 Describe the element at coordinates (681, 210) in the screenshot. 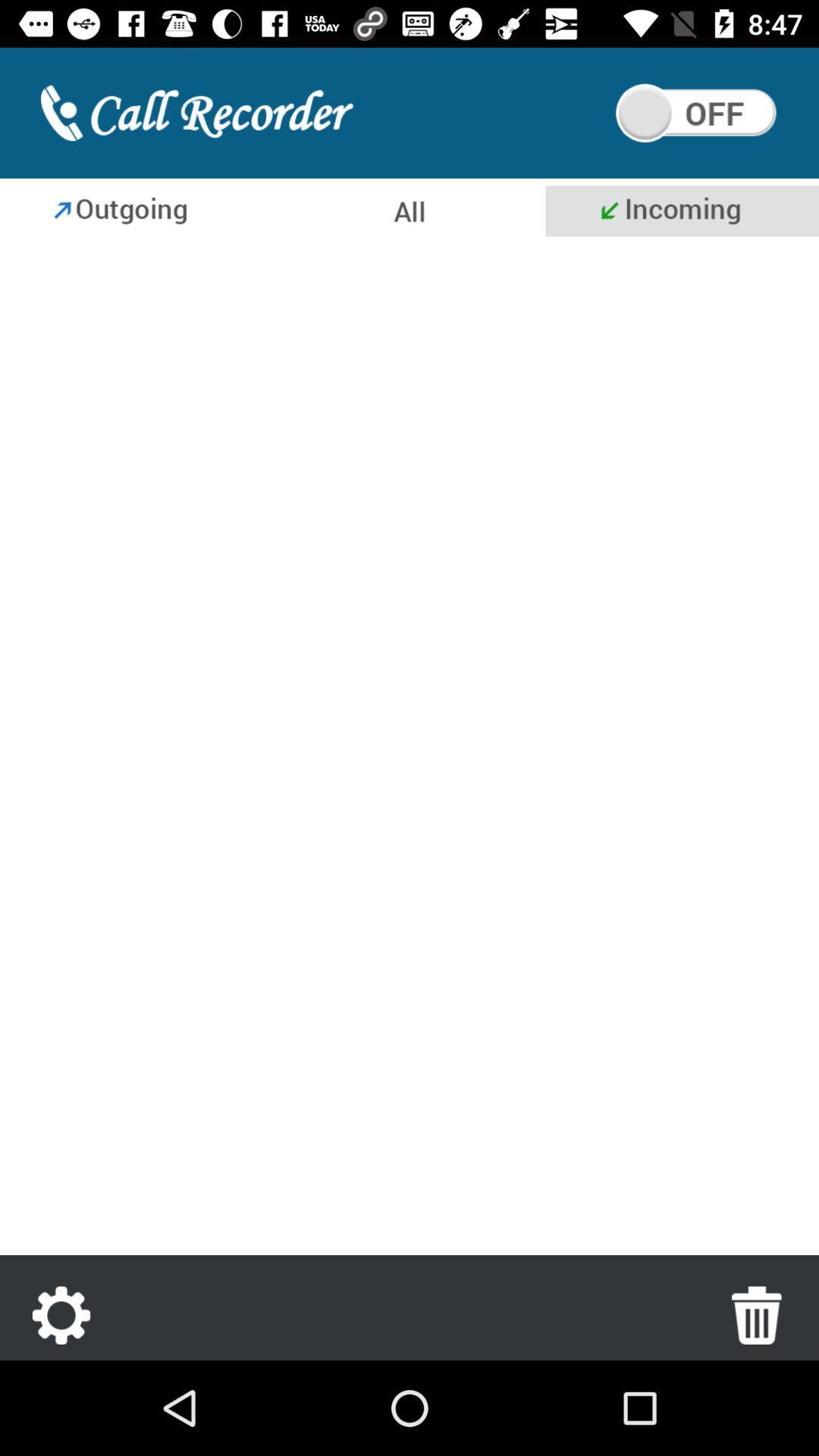

I see `see incoming calls` at that location.